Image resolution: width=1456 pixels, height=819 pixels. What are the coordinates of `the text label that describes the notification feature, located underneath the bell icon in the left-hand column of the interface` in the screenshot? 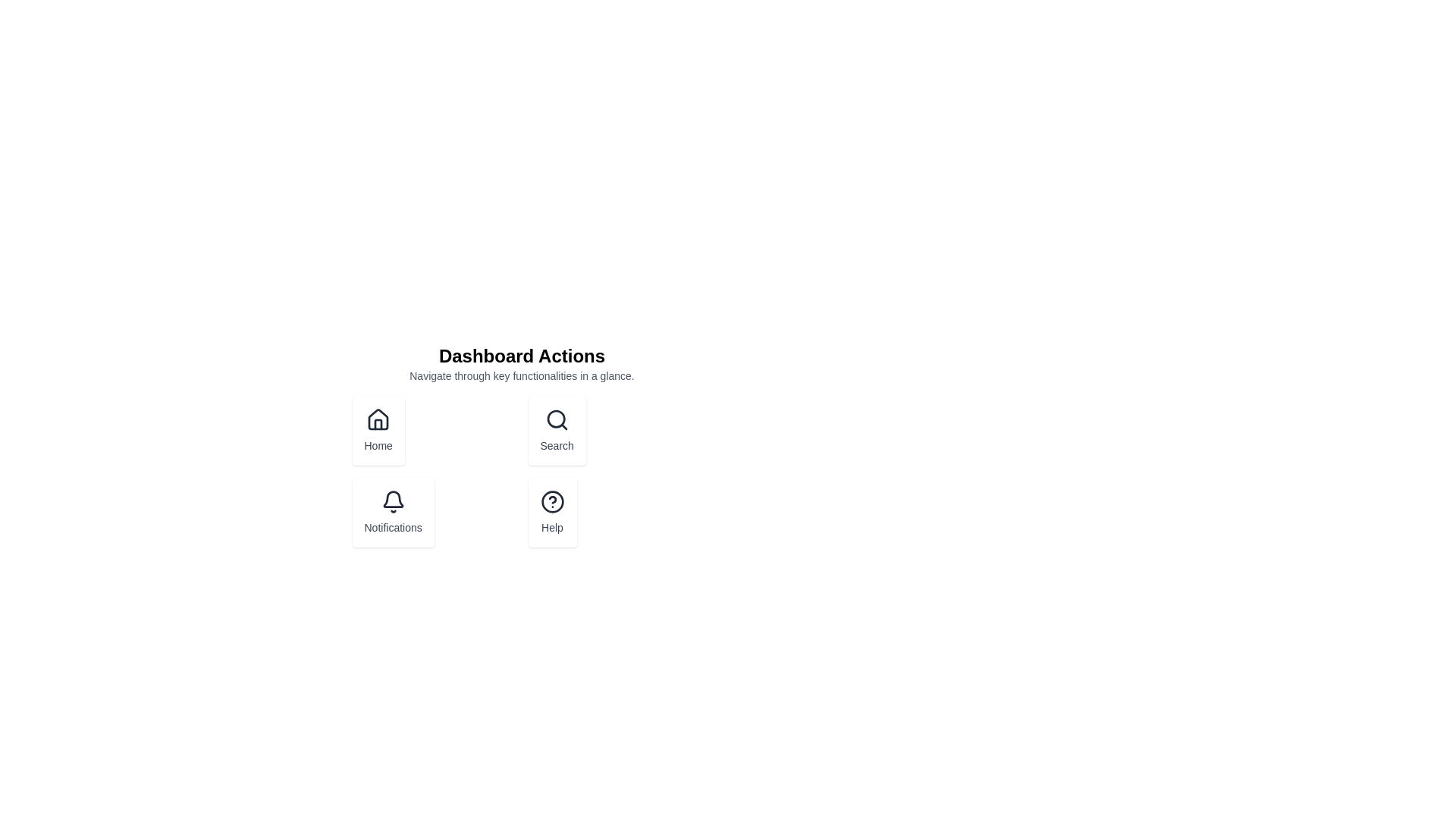 It's located at (393, 526).